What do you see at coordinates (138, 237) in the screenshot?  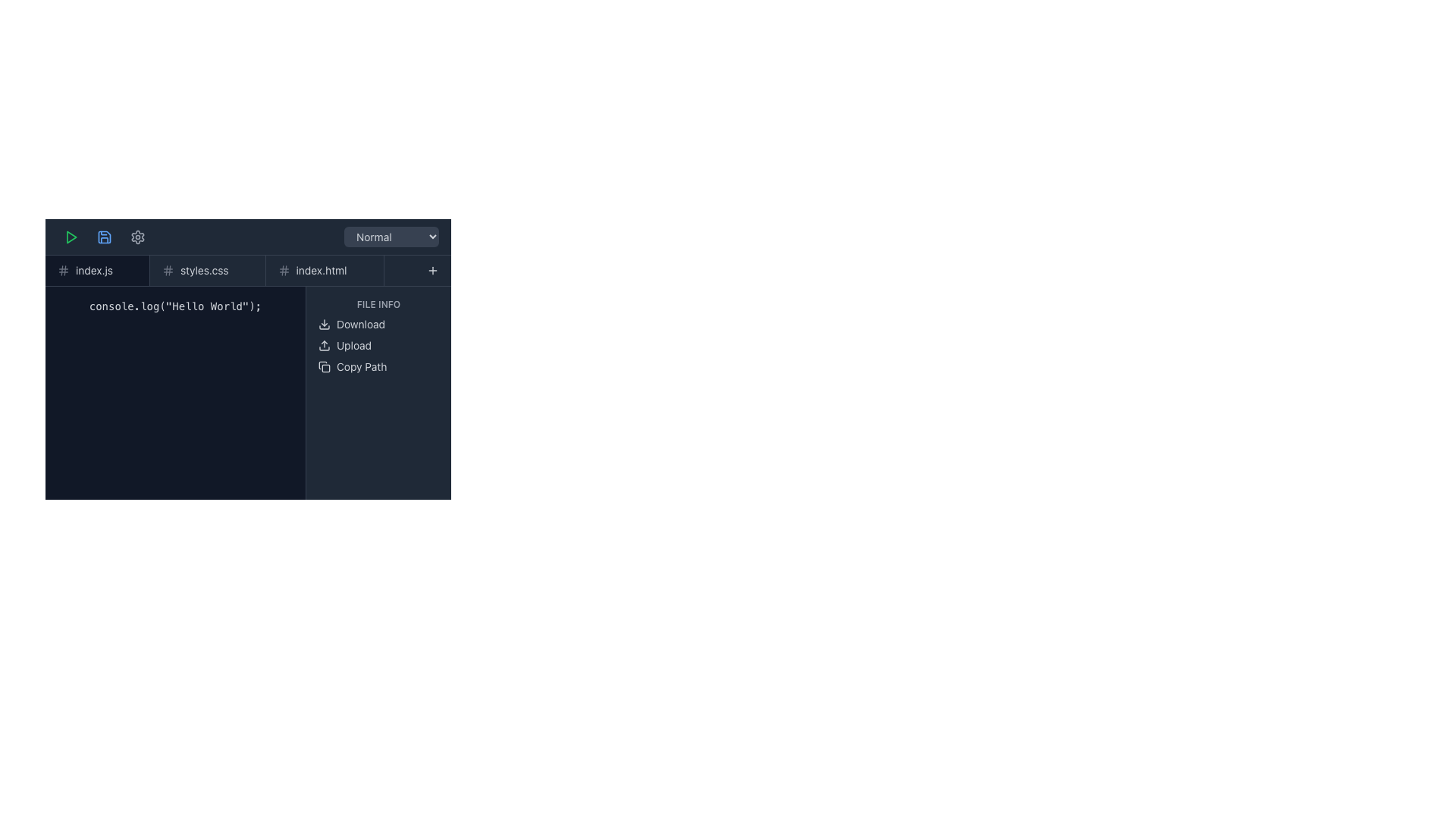 I see `the settings icon located at the top left of the interface, which is the second icon next to the play button` at bounding box center [138, 237].